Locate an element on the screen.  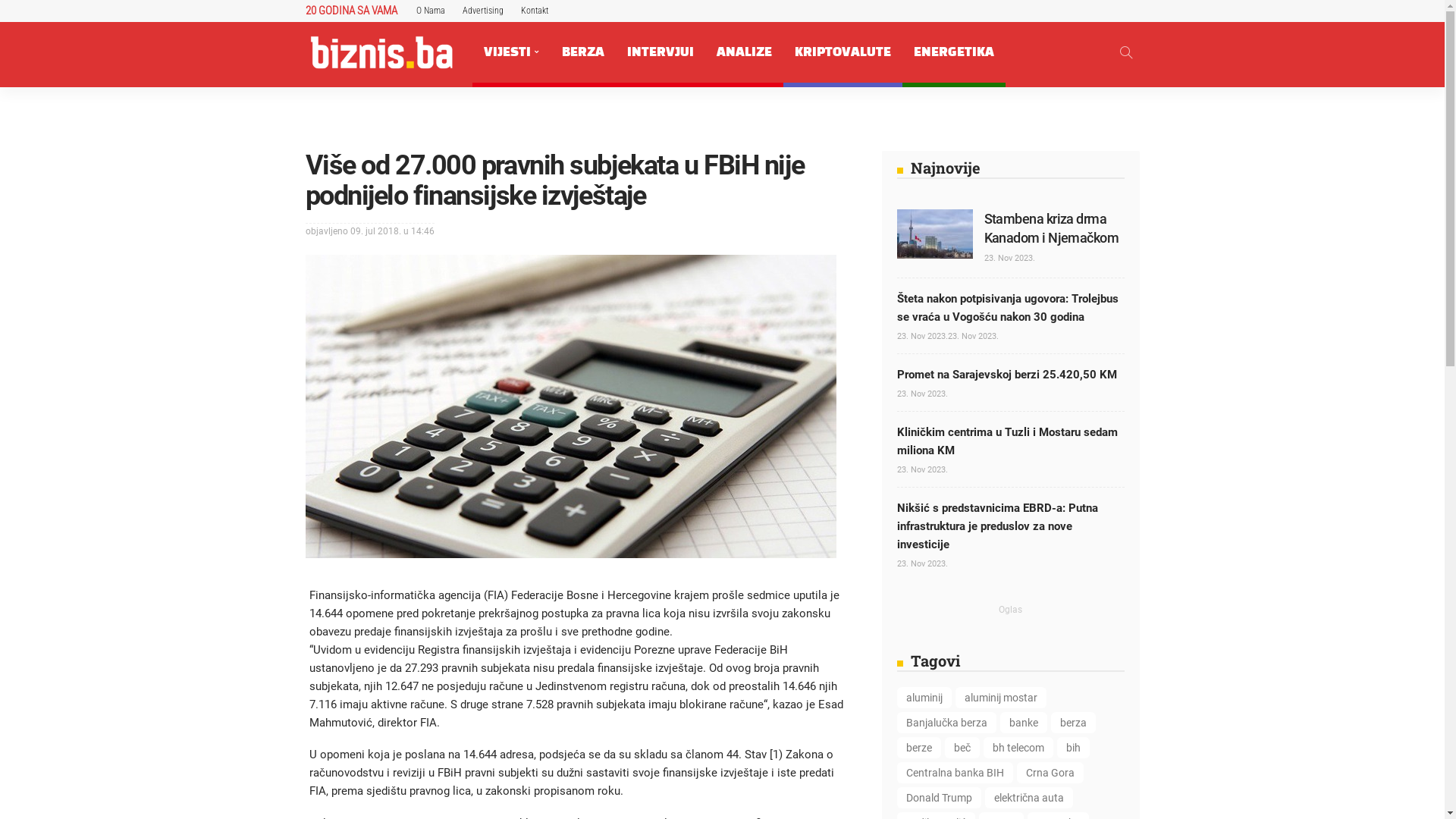
'O Nama' is located at coordinates (428, 11).